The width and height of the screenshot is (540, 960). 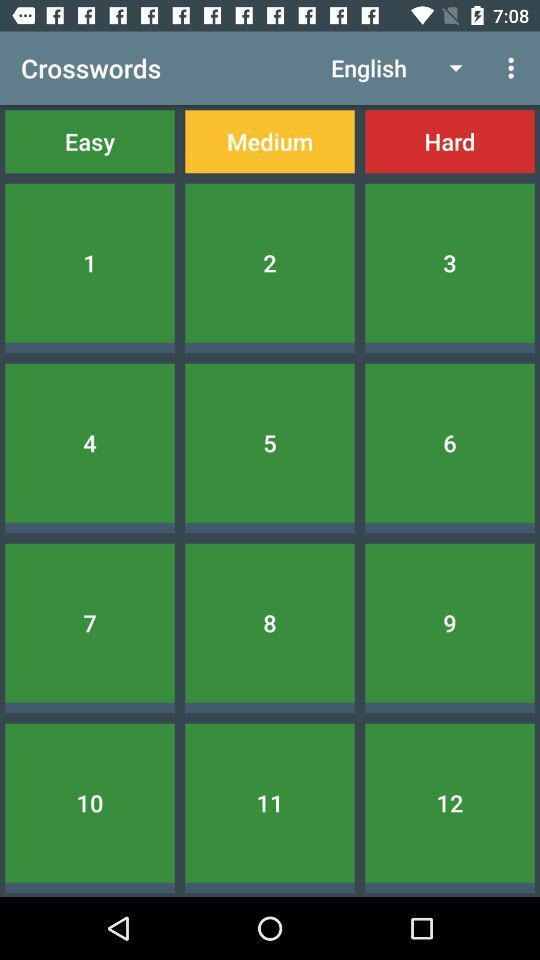 What do you see at coordinates (270, 443) in the screenshot?
I see `5` at bounding box center [270, 443].